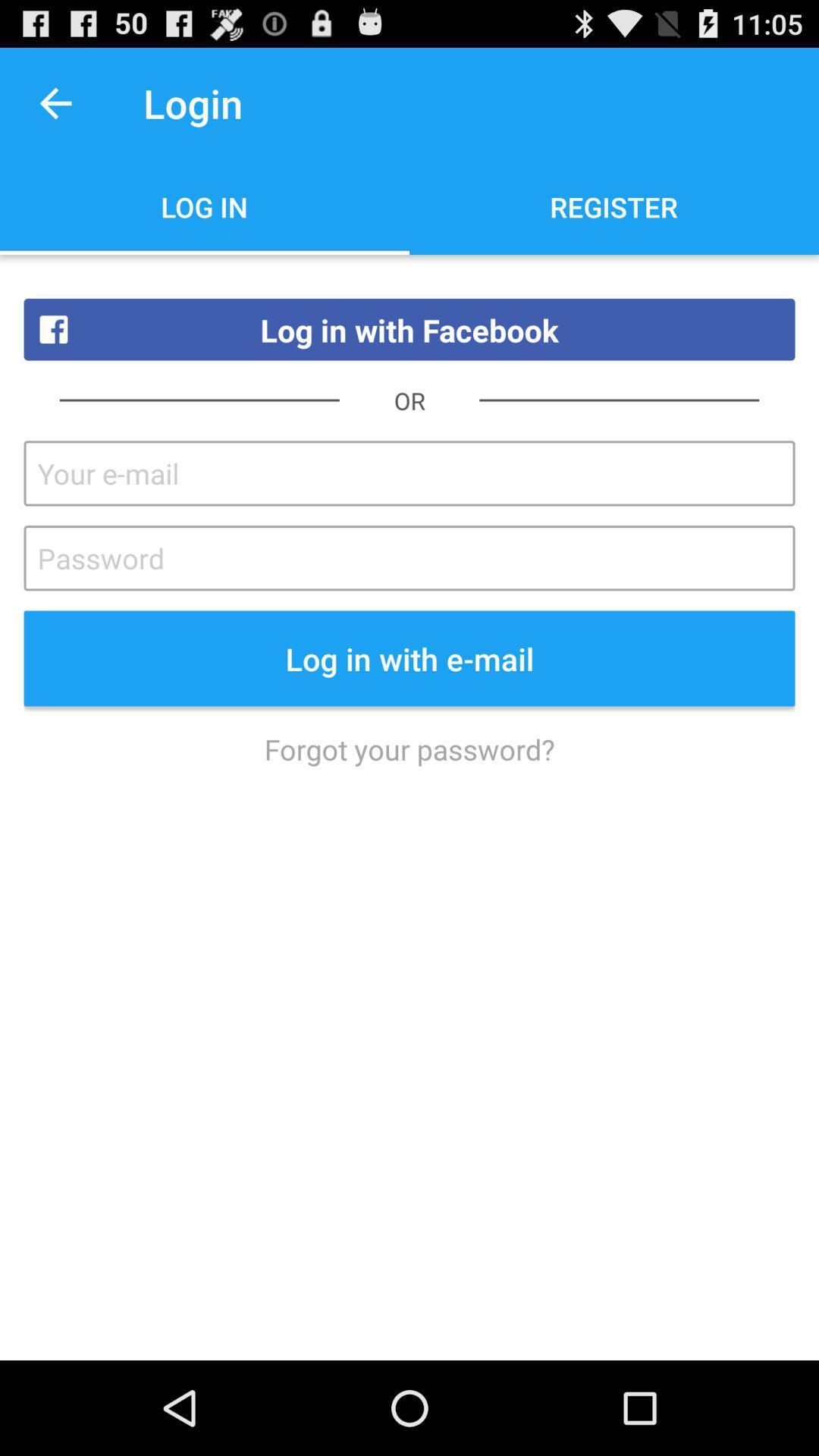 Image resolution: width=819 pixels, height=1456 pixels. Describe the element at coordinates (409, 472) in the screenshot. I see `open field for email address` at that location.